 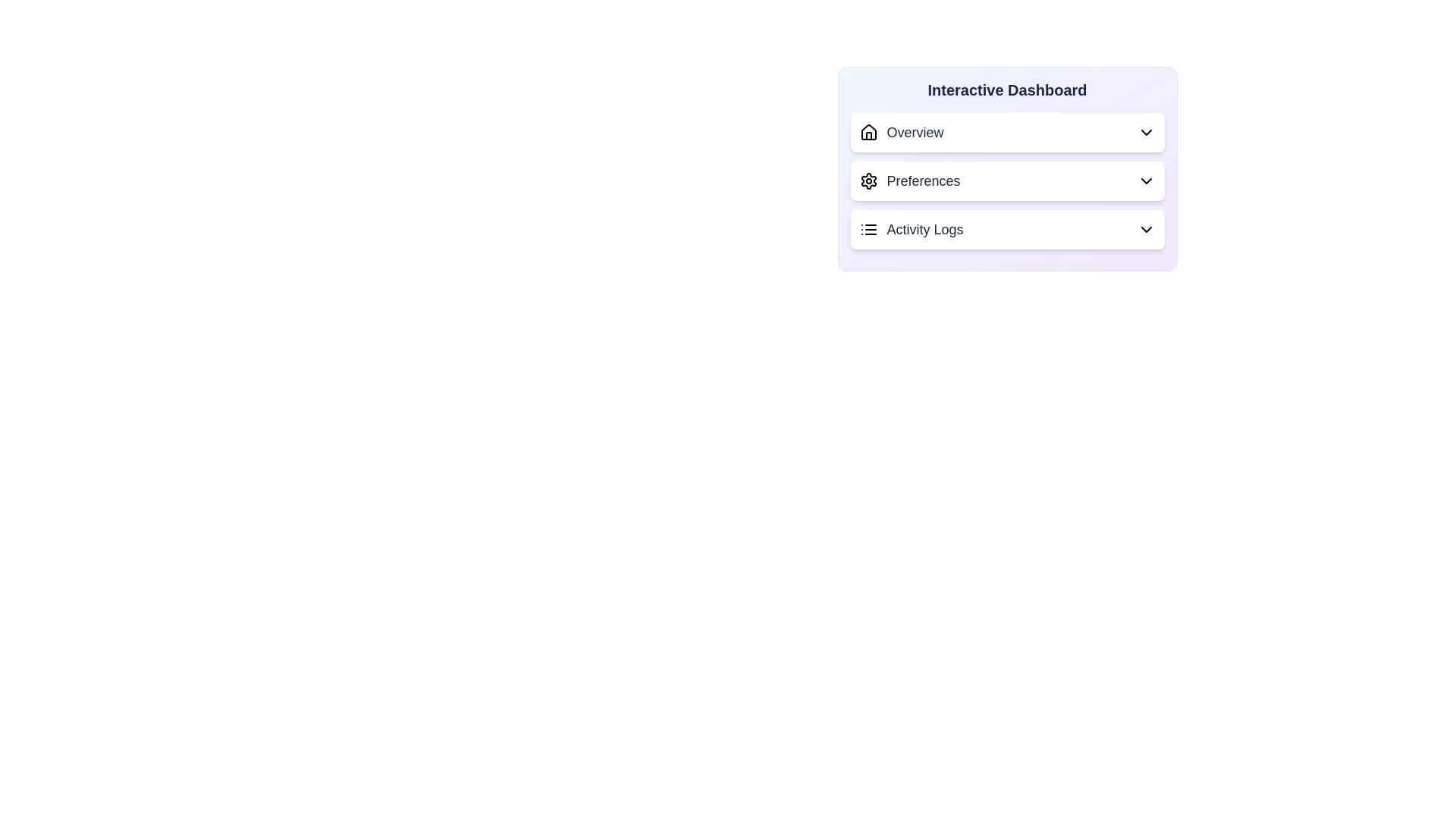 I want to click on the icon corresponding to the Activity Logs section, so click(x=868, y=230).